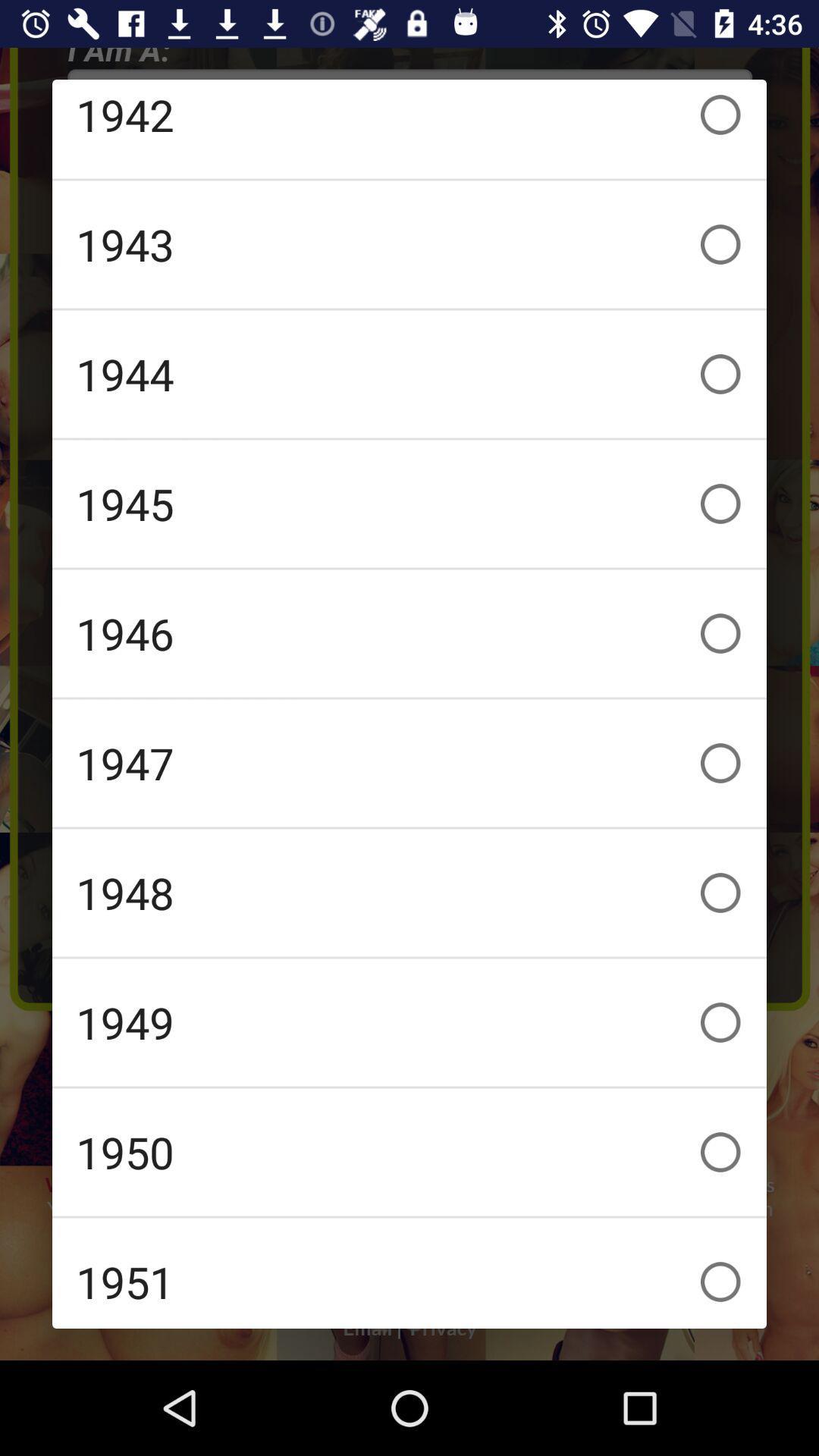  Describe the element at coordinates (409, 893) in the screenshot. I see `1948 item` at that location.